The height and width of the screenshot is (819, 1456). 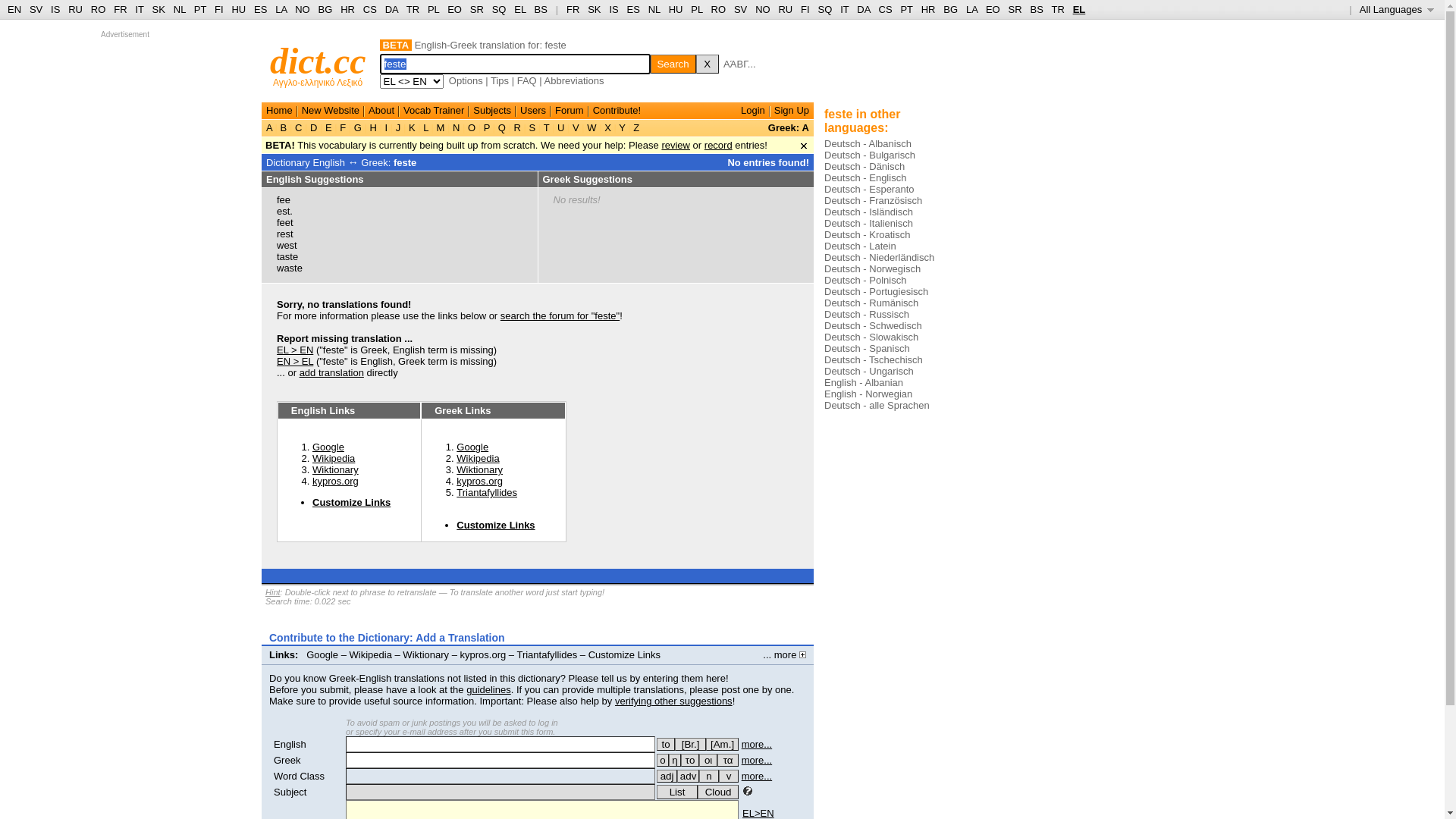 I want to click on 'kypros.org', so click(x=312, y=481).